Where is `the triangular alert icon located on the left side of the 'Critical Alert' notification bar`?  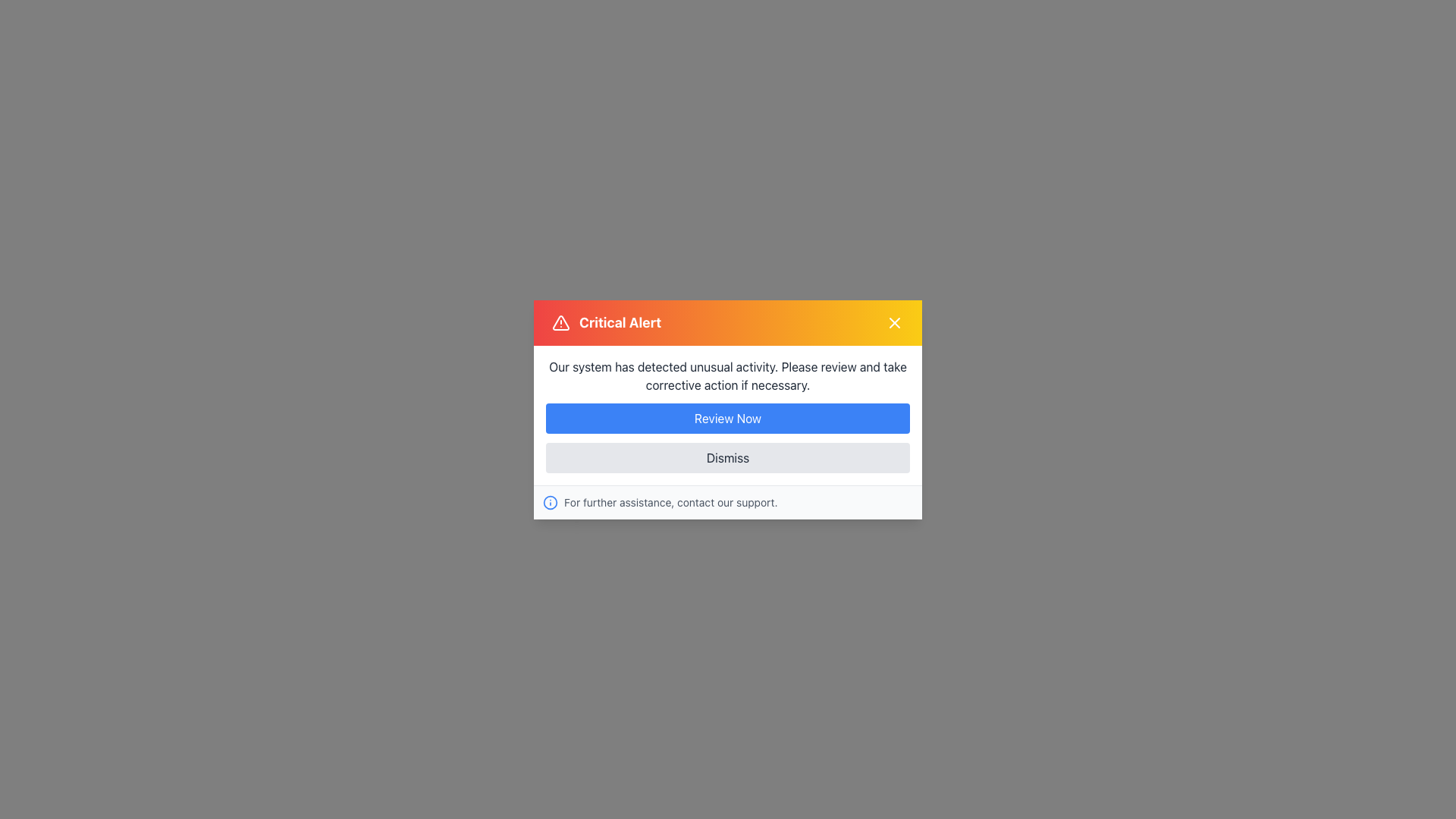
the triangular alert icon located on the left side of the 'Critical Alert' notification bar is located at coordinates (560, 322).